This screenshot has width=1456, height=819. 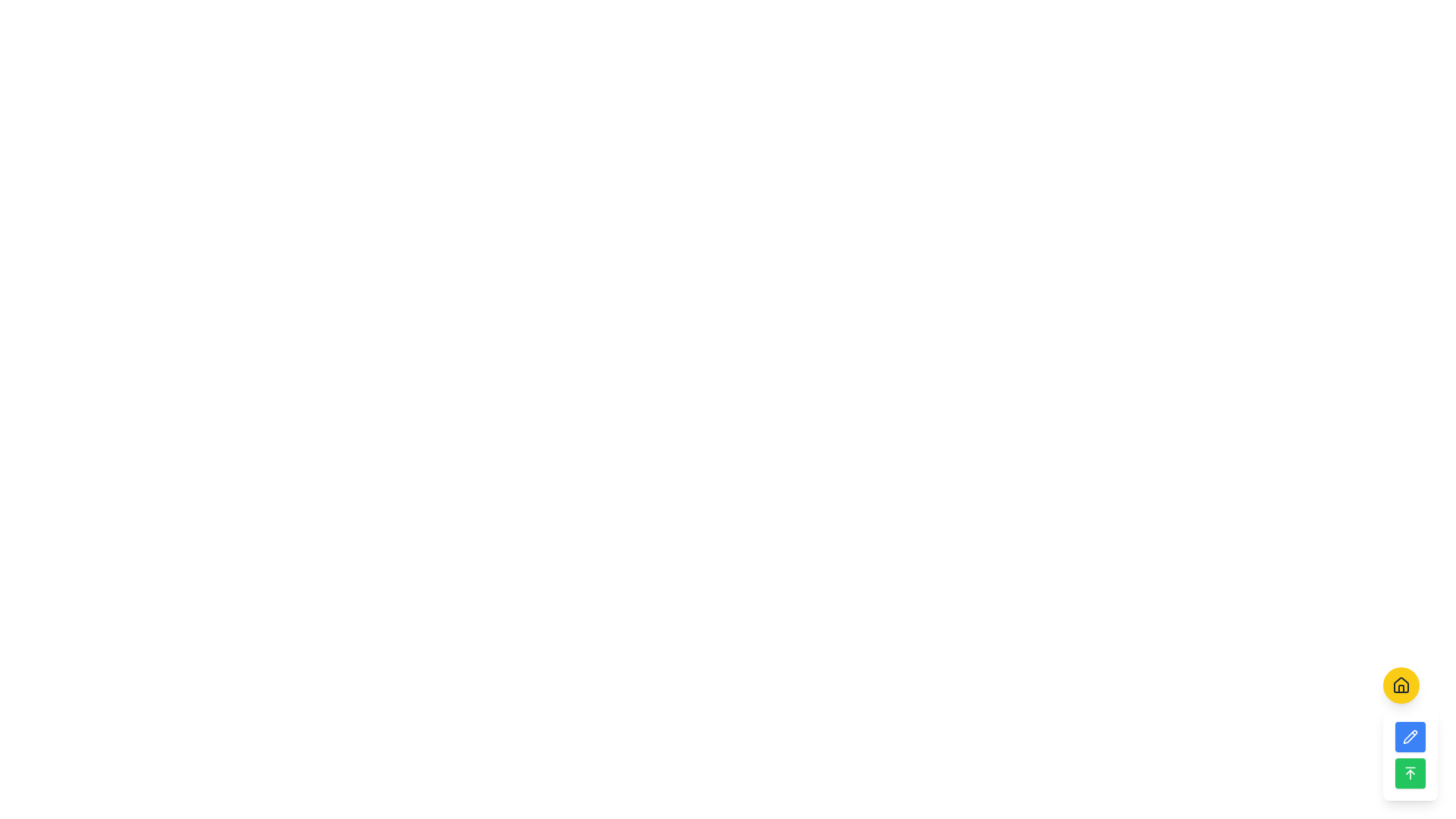 What do you see at coordinates (1410, 773) in the screenshot?
I see `the green circular button icon located at the bottom-right of the interface` at bounding box center [1410, 773].